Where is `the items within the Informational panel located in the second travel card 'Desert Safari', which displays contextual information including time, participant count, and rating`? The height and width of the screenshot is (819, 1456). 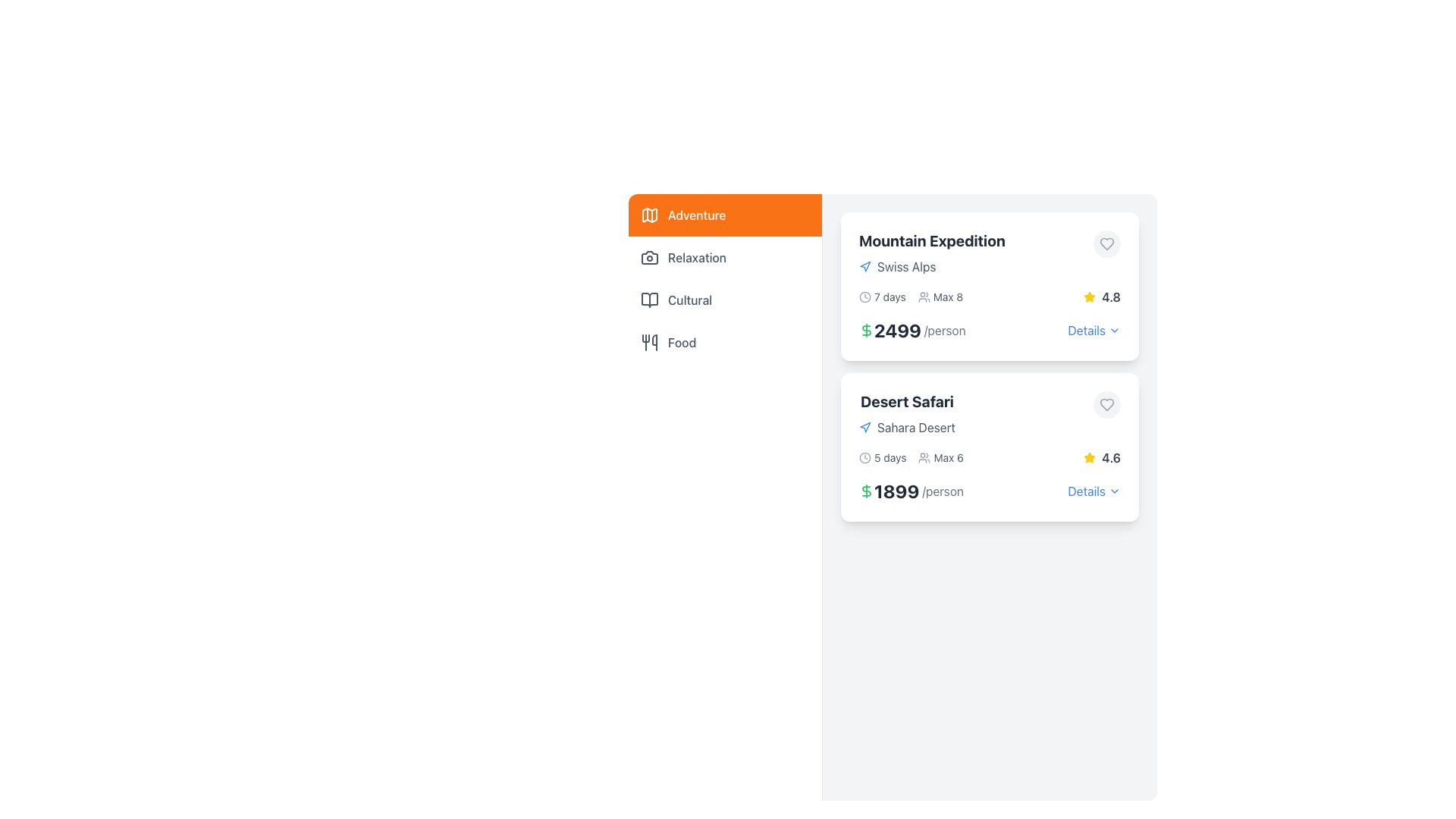
the items within the Informational panel located in the second travel card 'Desert Safari', which displays contextual information including time, participant count, and rating is located at coordinates (990, 457).